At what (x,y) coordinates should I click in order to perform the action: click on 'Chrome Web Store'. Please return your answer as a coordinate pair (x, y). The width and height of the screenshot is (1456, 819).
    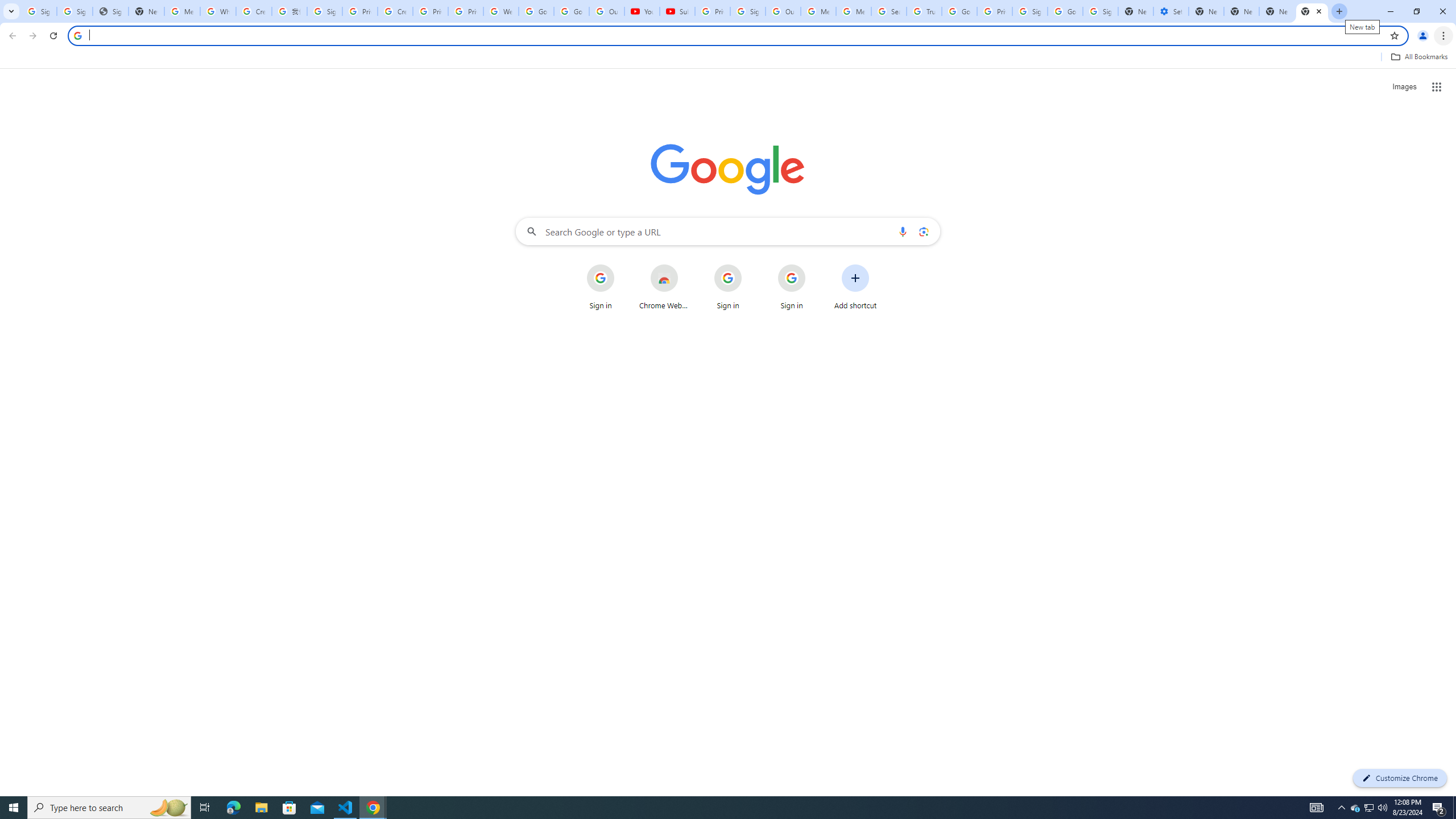
    Looking at the image, I should click on (663, 287).